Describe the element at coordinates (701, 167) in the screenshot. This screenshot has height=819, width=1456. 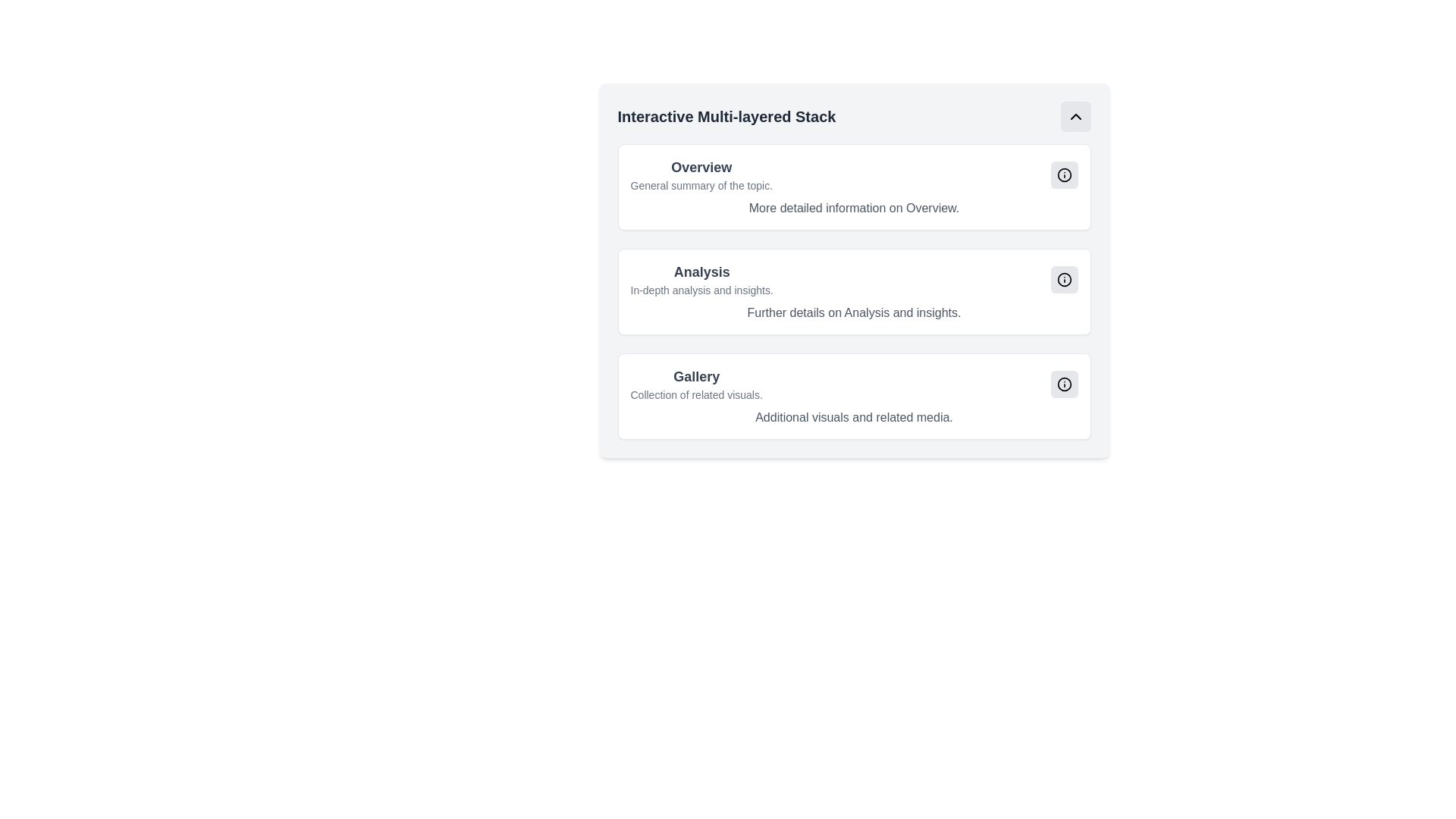
I see `the main heading text element of the 'Interactive Multi-layered Stack' section, which serves as the title summarizing its content` at that location.